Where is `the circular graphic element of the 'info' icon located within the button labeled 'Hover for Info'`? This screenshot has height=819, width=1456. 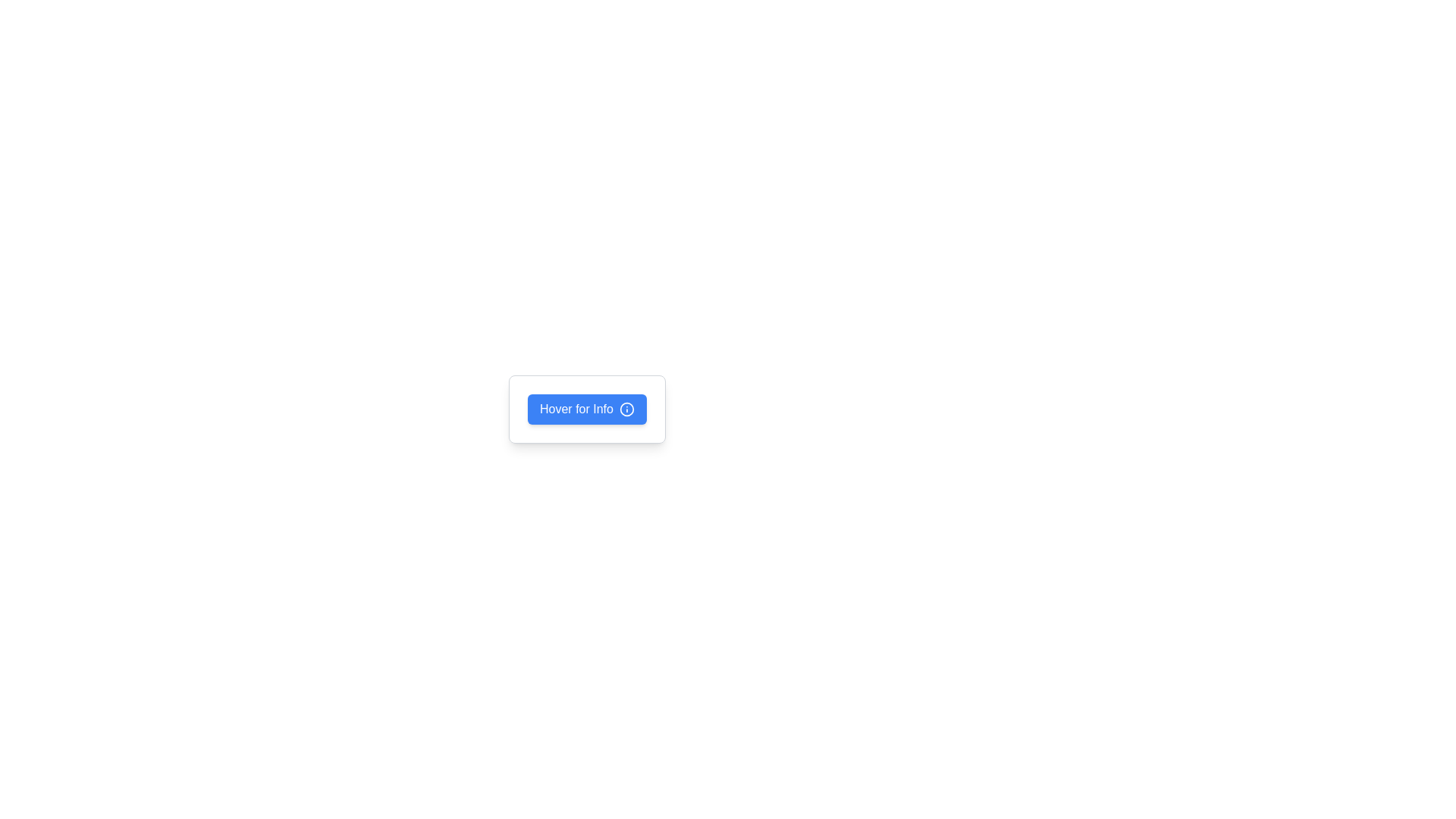
the circular graphic element of the 'info' icon located within the button labeled 'Hover for Info' is located at coordinates (626, 409).